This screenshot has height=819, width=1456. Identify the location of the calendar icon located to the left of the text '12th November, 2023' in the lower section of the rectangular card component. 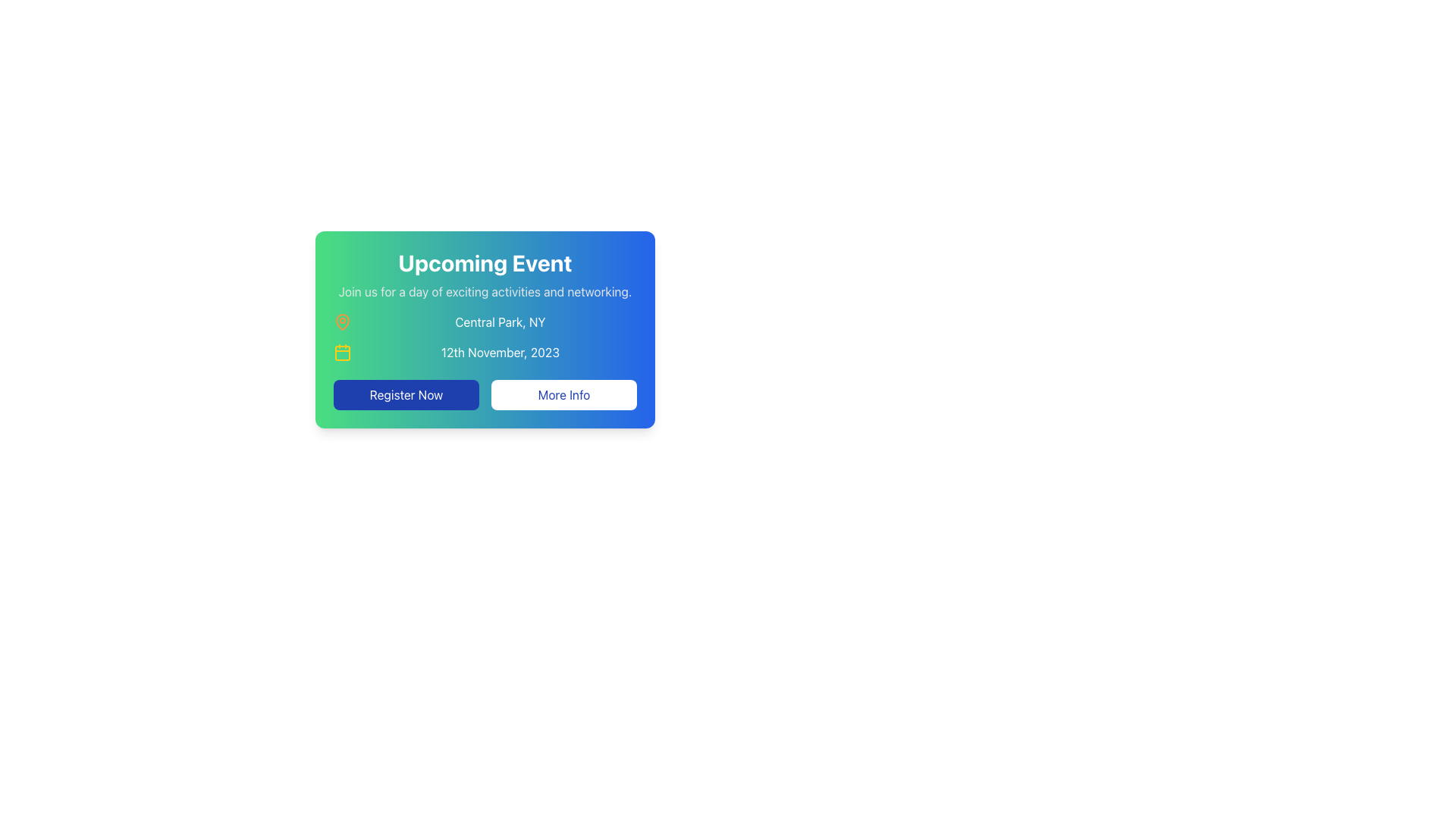
(341, 353).